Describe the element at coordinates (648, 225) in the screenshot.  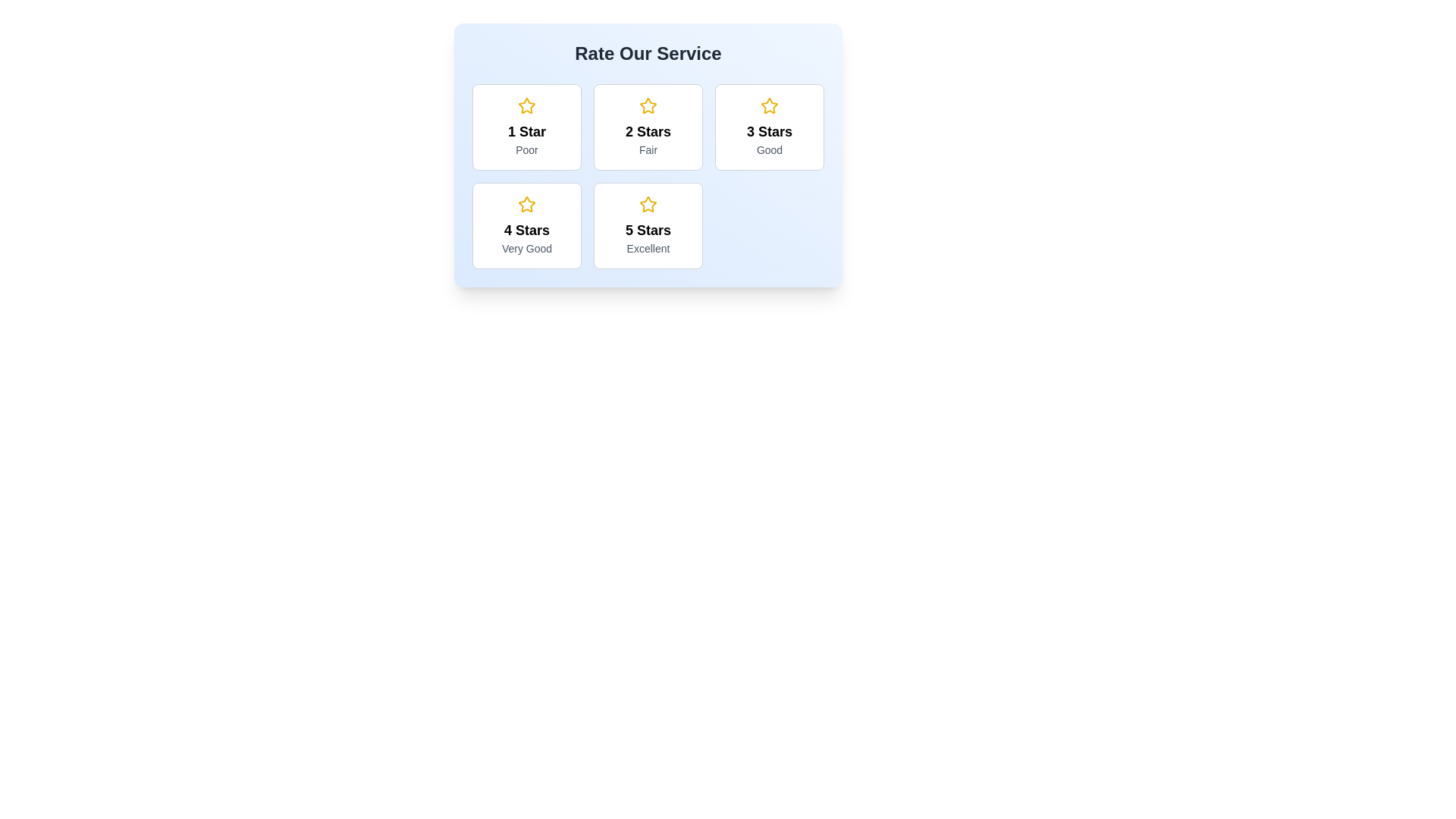
I see `the '5 Stars' rating button located in the bottom-right corner of the 'Rate Our Service' grid` at that location.